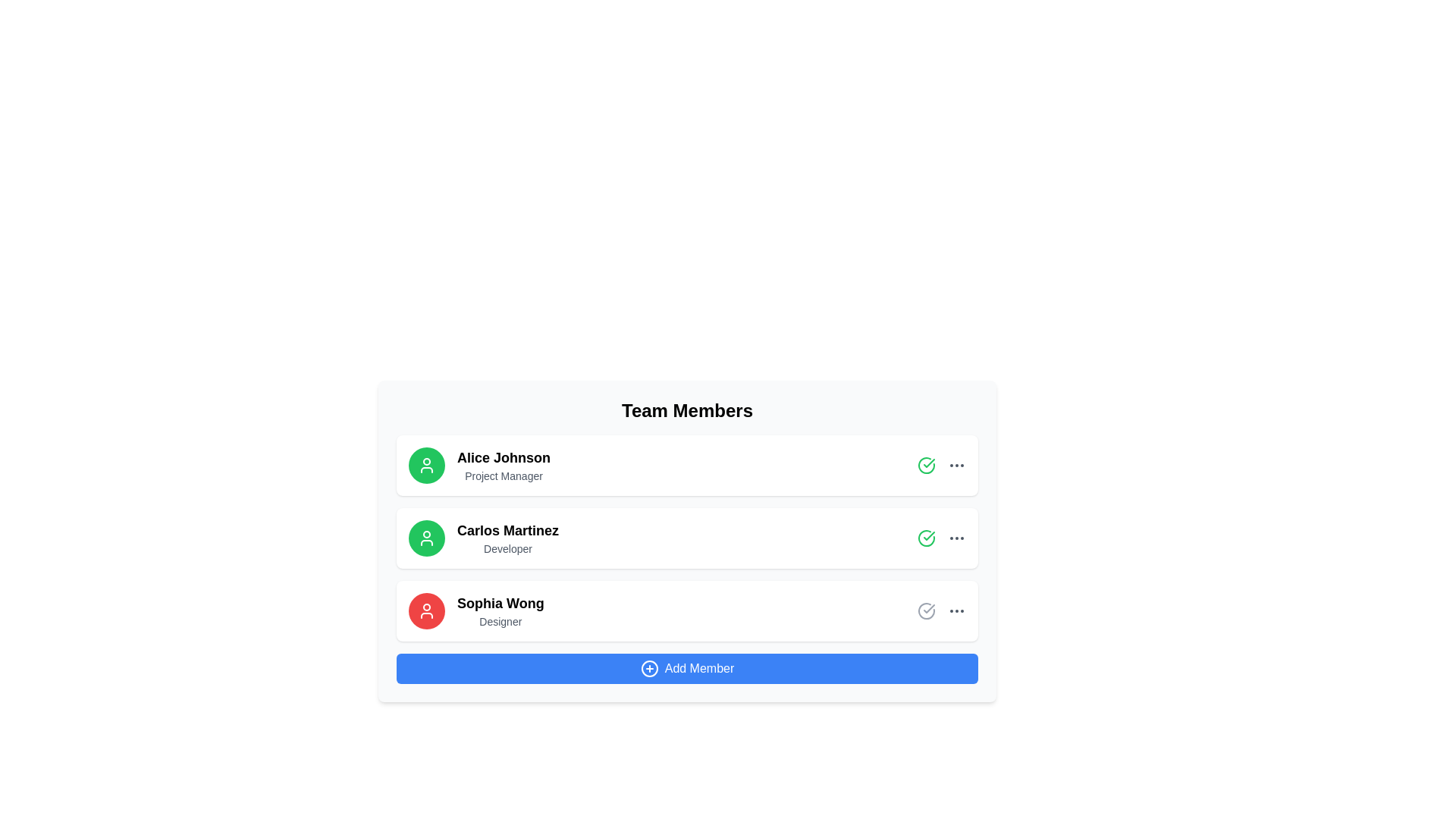 This screenshot has width=1456, height=819. What do you see at coordinates (926, 610) in the screenshot?
I see `the verified status icon for the member 'Sophia Wong' located in the third position of the member list, which is to the left of the ellipsis icon` at bounding box center [926, 610].